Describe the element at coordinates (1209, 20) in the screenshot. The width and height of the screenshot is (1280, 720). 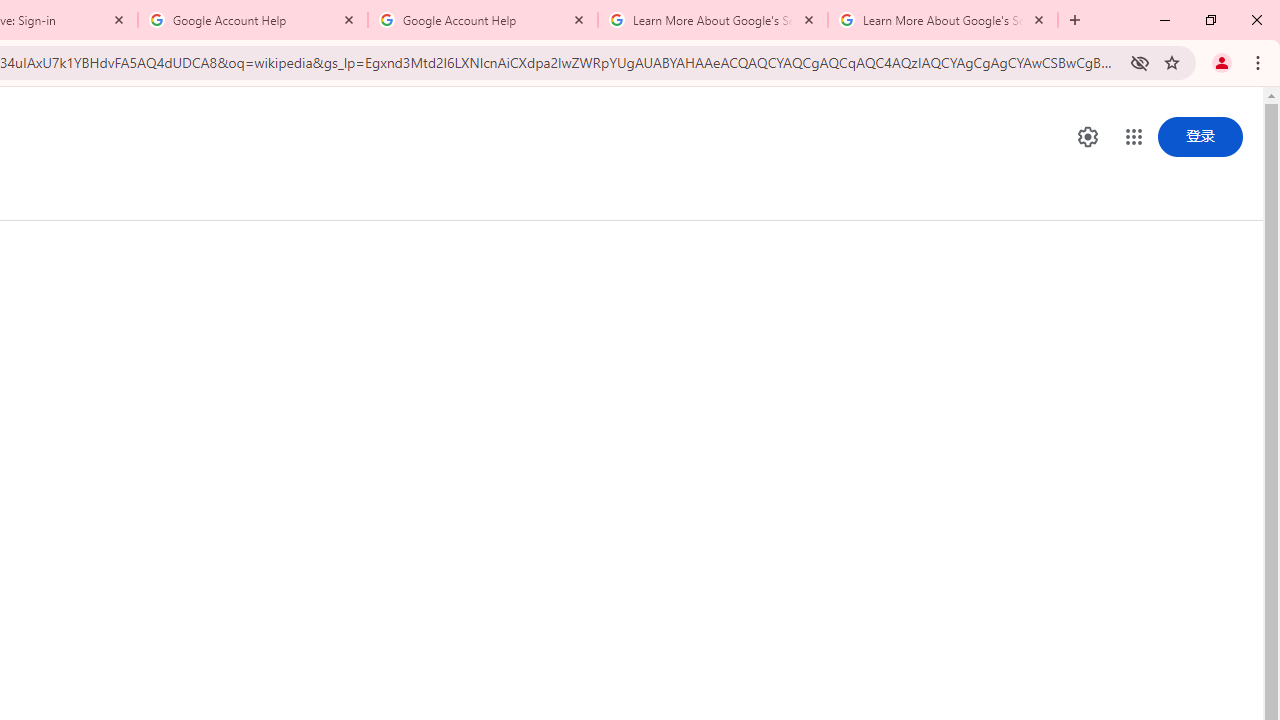
I see `'Restore'` at that location.